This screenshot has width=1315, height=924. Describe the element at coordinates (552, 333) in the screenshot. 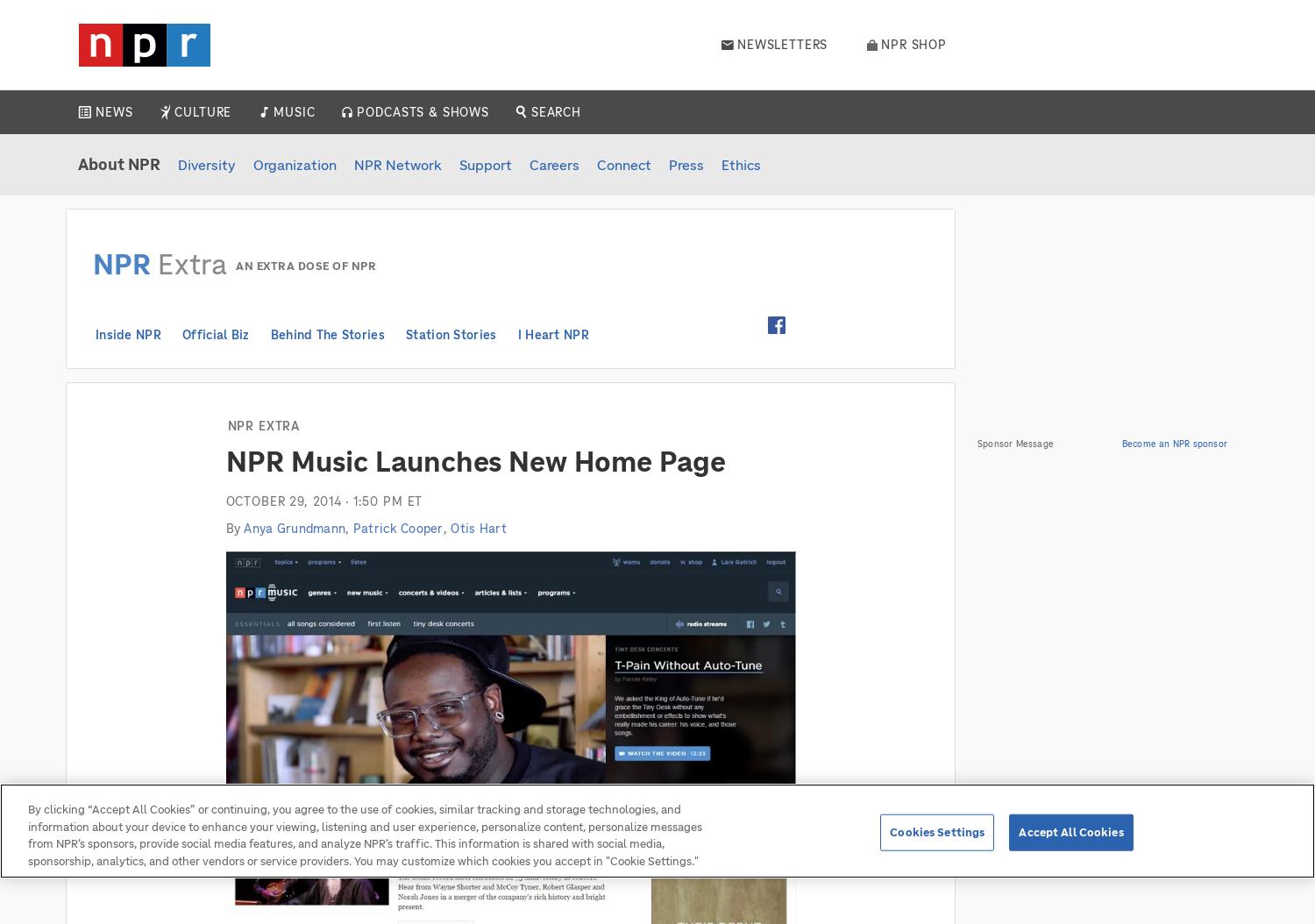

I see `'I Heart NPR'` at that location.